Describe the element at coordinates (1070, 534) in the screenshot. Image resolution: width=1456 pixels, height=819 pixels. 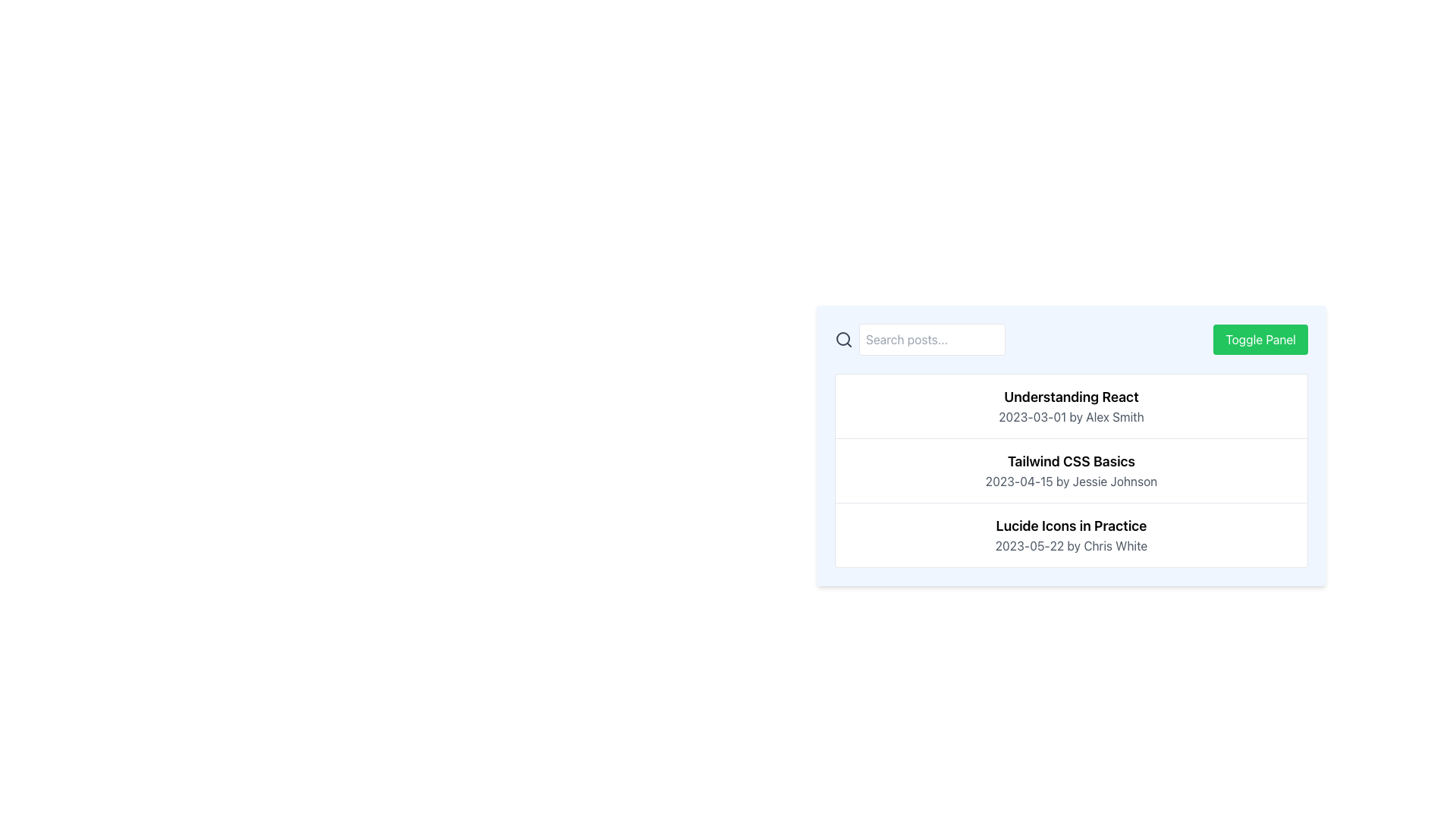
I see `the third list item titled 'Lucide Icons in Practice'` at that location.